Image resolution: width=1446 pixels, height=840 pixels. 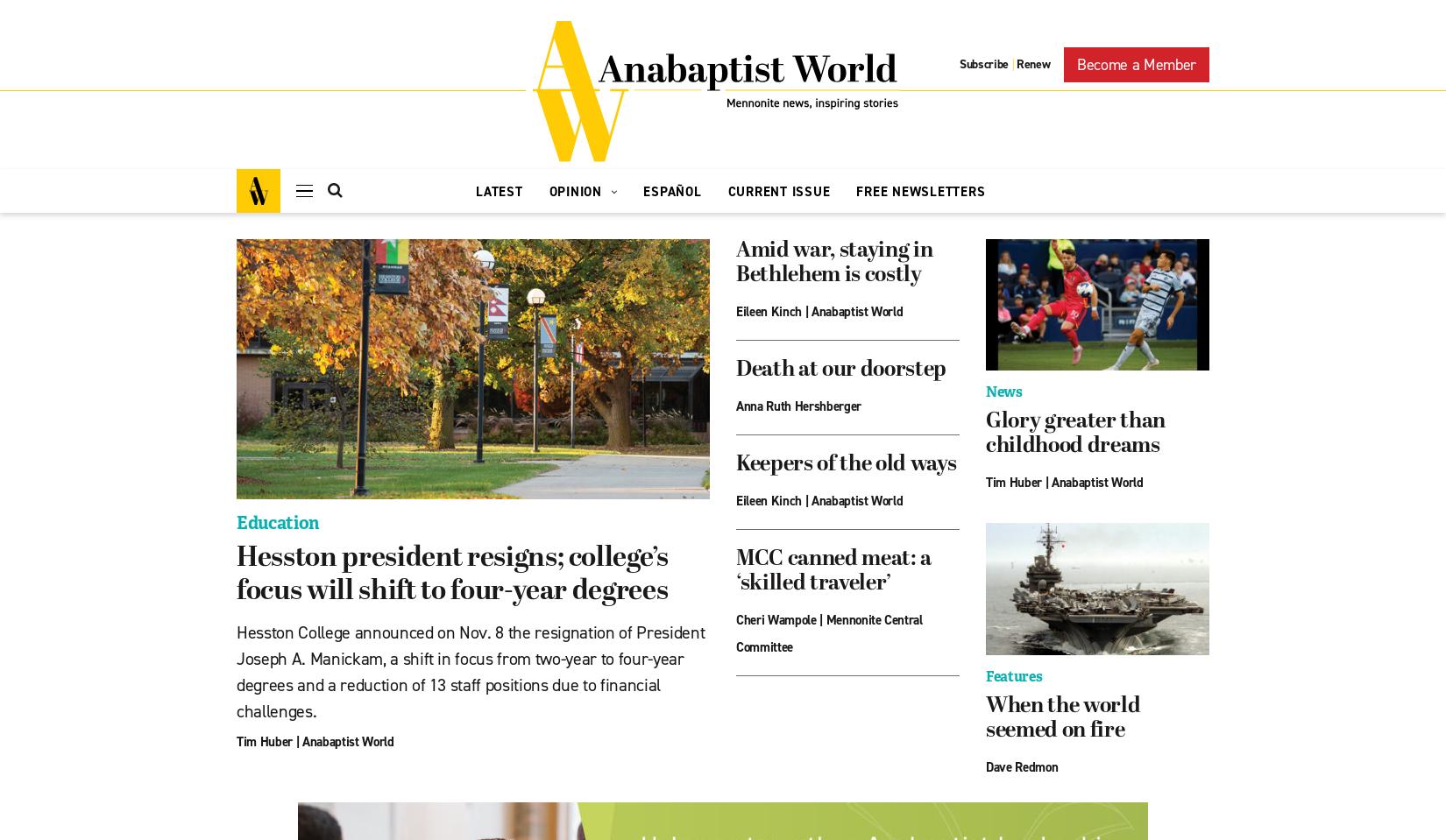 I want to click on 'Hesston College announced on Nov. 8 the resignation of President Joseph A. Manickam, a shift in focus from two-year to four-year degrees and a reduction of 13 staff positions due to financial challenges.', so click(x=470, y=672).